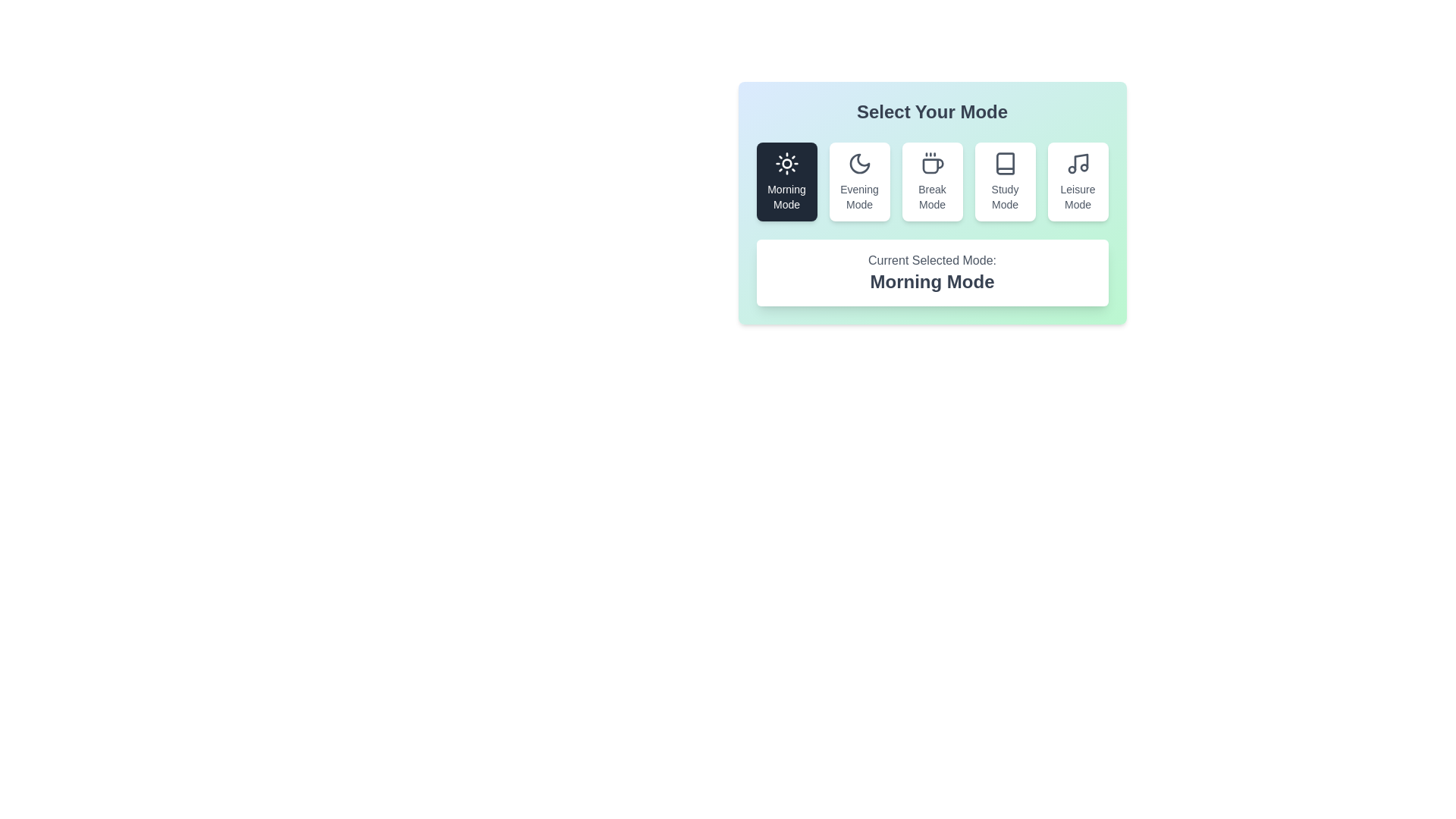  I want to click on the button corresponding to the mode Morning Mode, so click(786, 180).